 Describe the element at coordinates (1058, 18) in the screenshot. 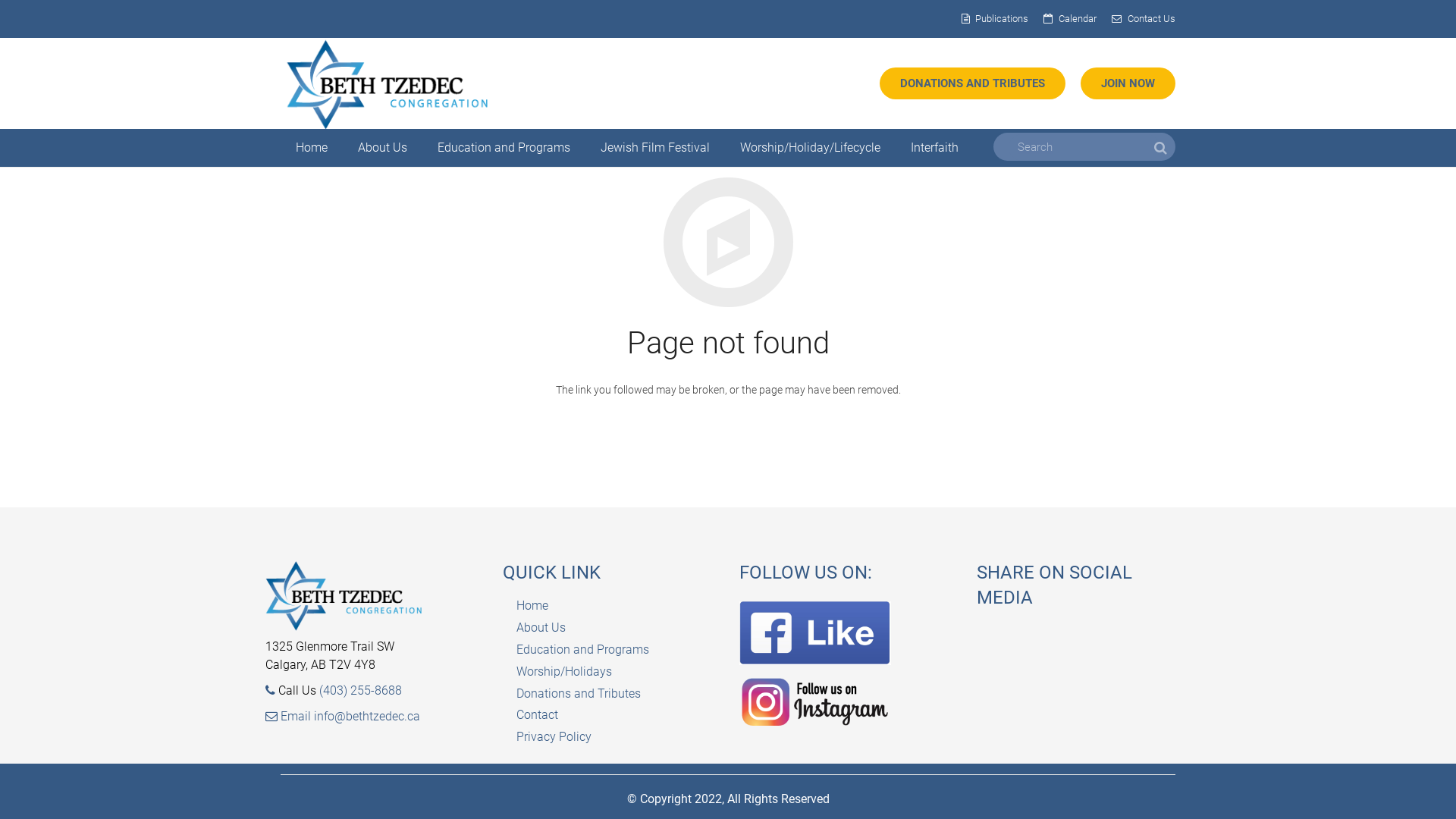

I see `'Calendar'` at that location.